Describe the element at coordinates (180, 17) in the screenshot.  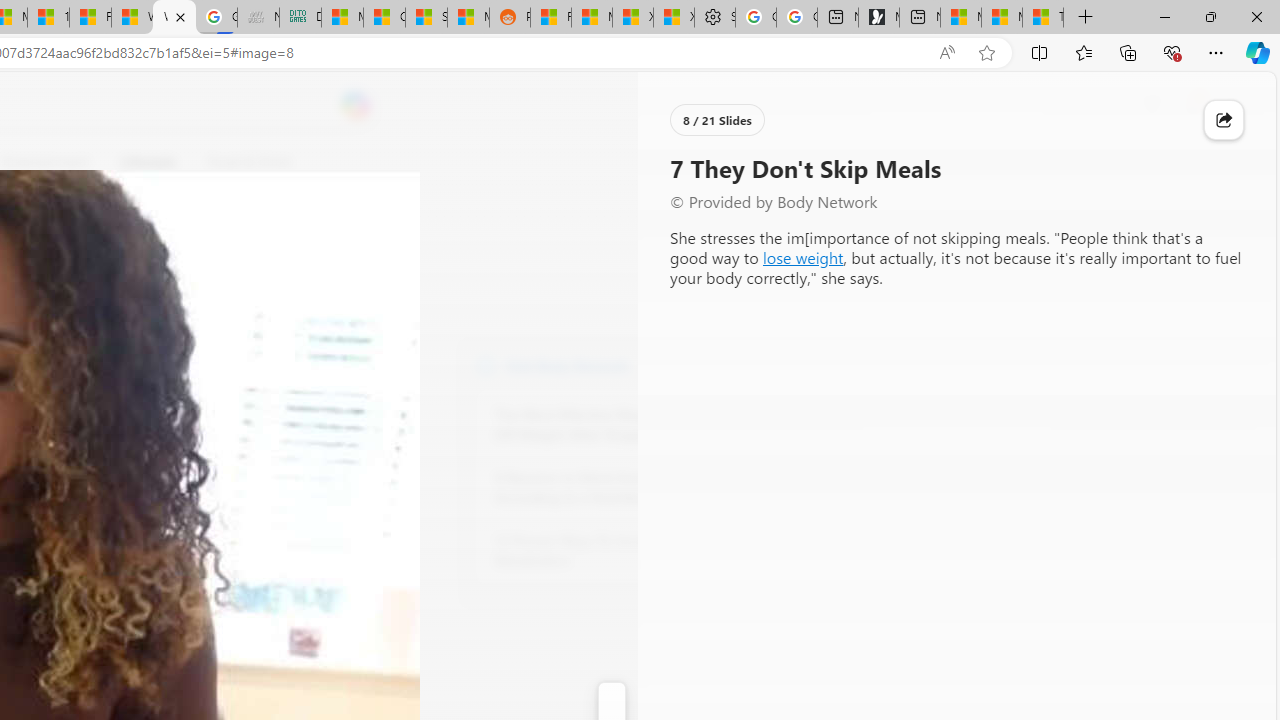
I see `'Close tab'` at that location.